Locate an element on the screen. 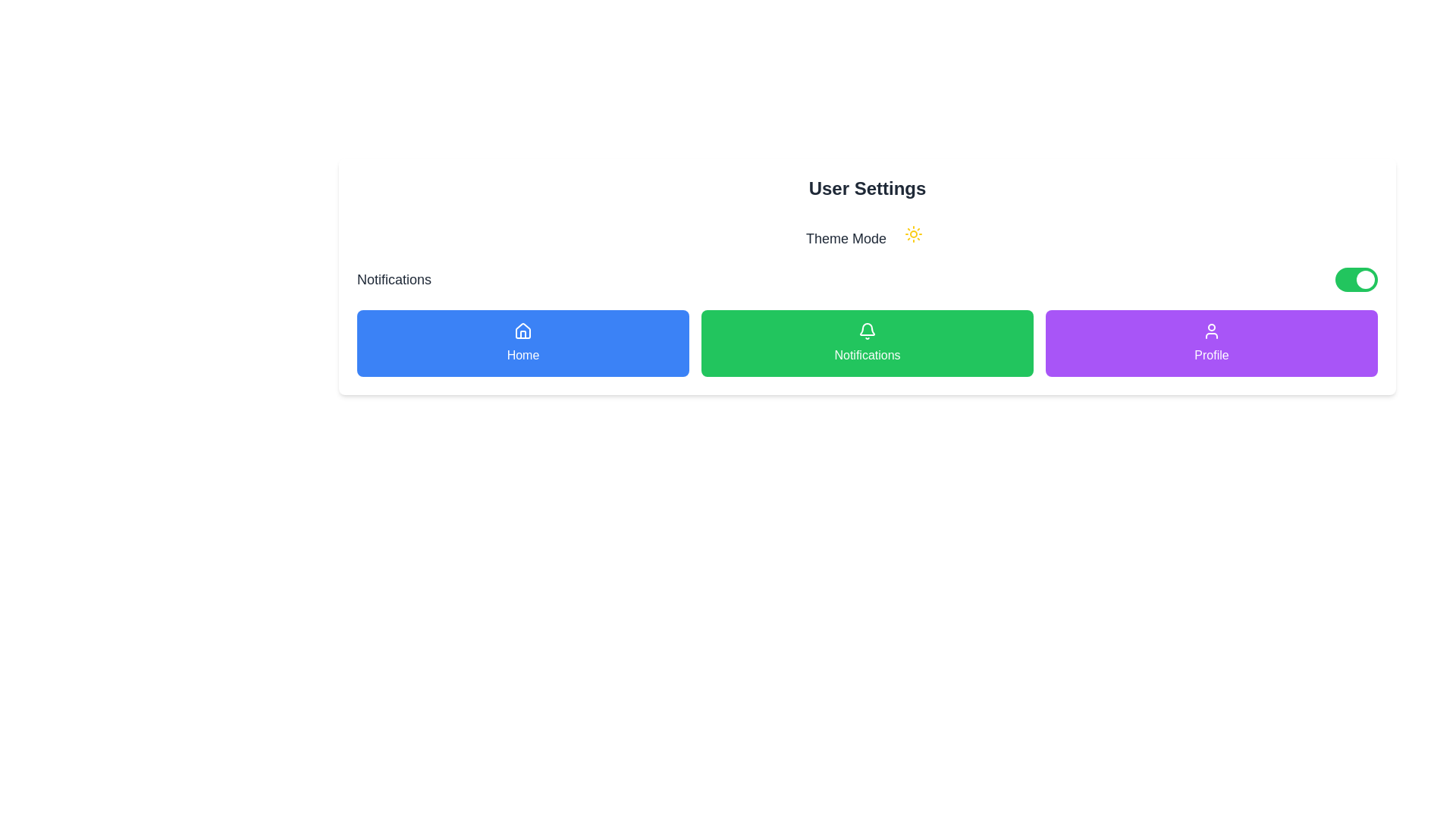  the user icon inside the circular area above the text 'Profile', which is located in the bottom-right corner of the purple button row is located at coordinates (1211, 330).